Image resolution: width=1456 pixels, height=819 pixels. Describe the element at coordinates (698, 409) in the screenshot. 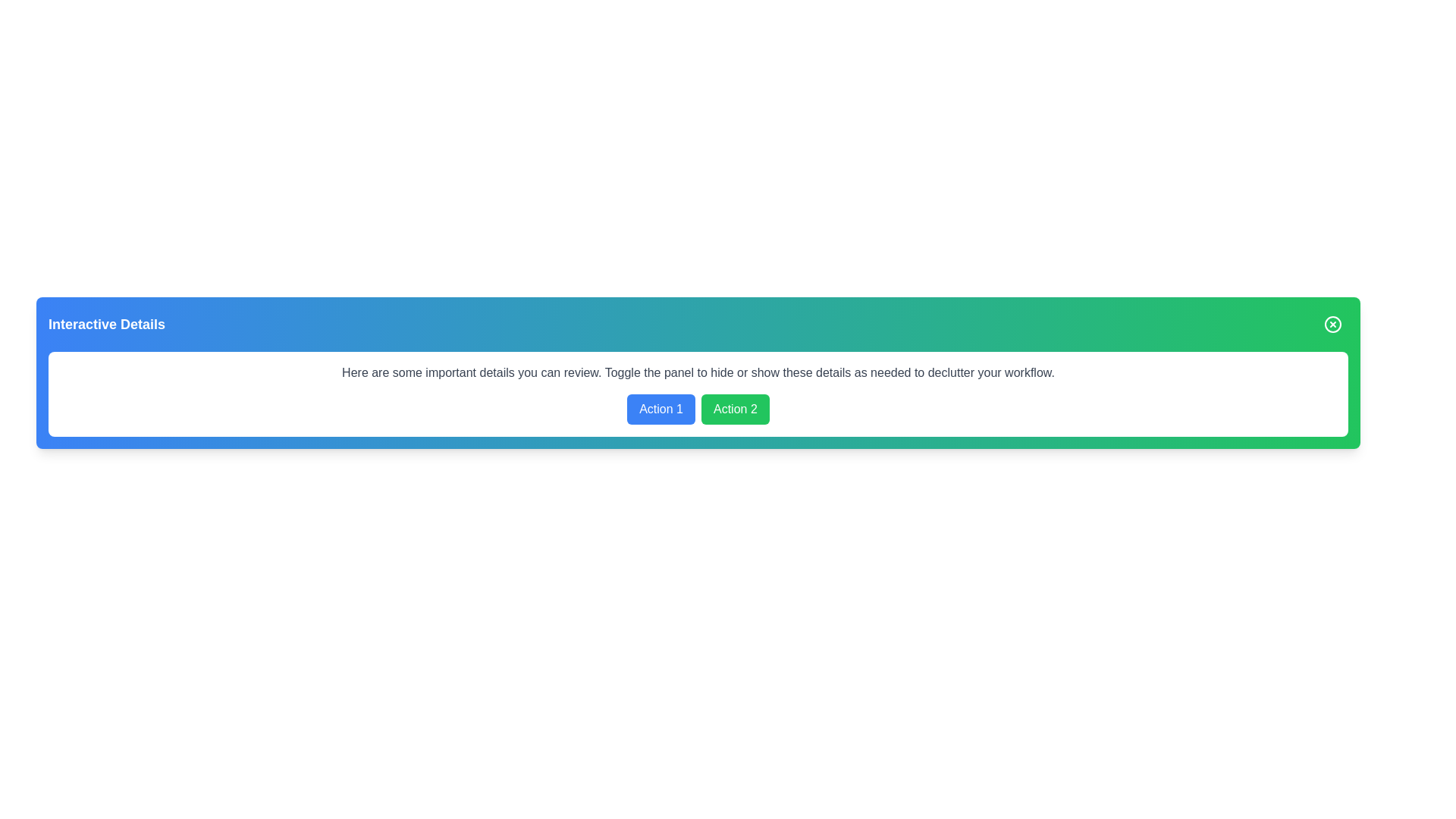

I see `the button labeled 'Action 2' in the group of buttons, which has a green background and white text` at that location.